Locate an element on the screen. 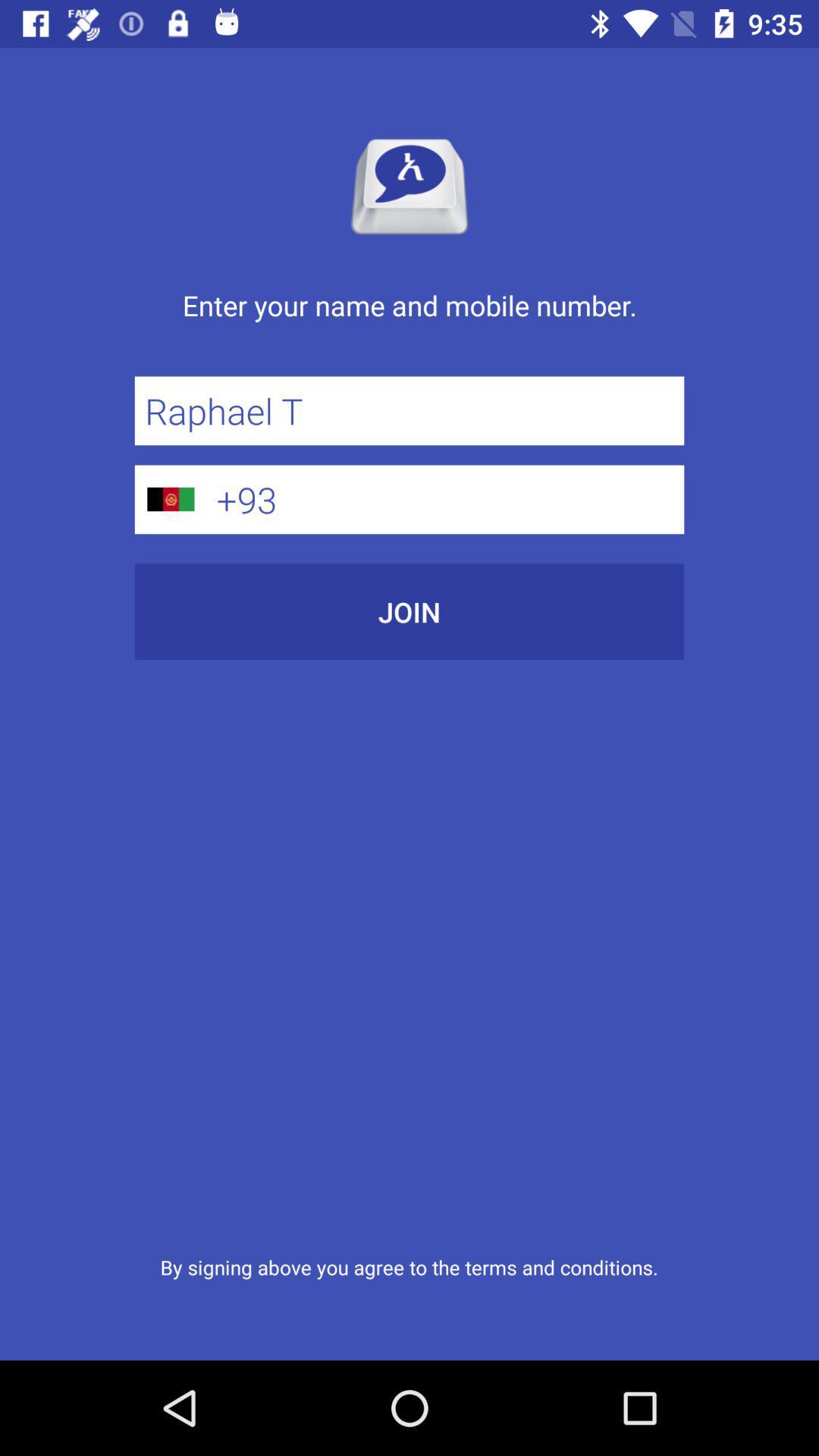 The height and width of the screenshot is (1456, 819). the +93 is located at coordinates (444, 499).